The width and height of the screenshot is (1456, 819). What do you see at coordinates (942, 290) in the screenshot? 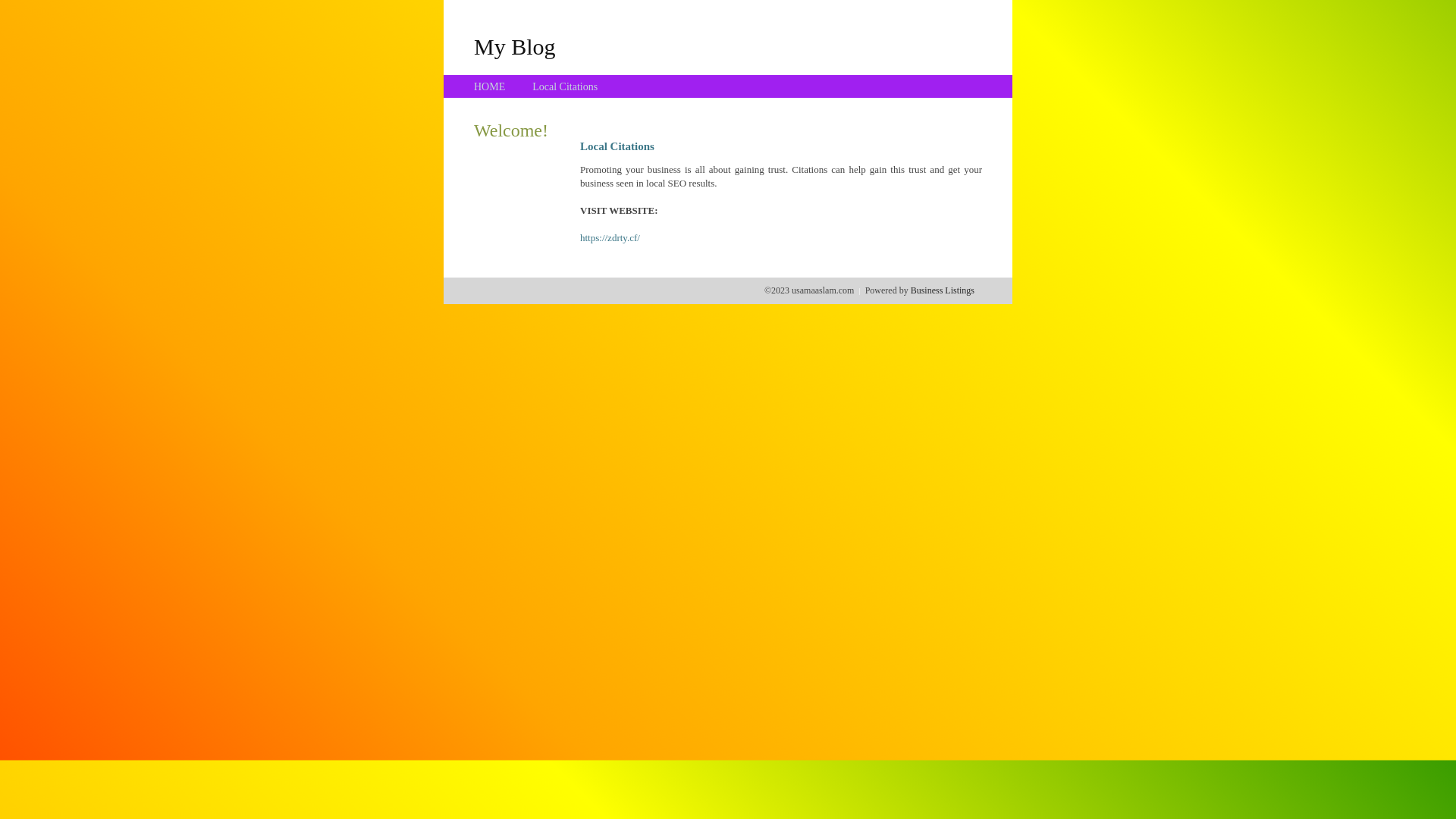
I see `'Business Listings'` at bounding box center [942, 290].